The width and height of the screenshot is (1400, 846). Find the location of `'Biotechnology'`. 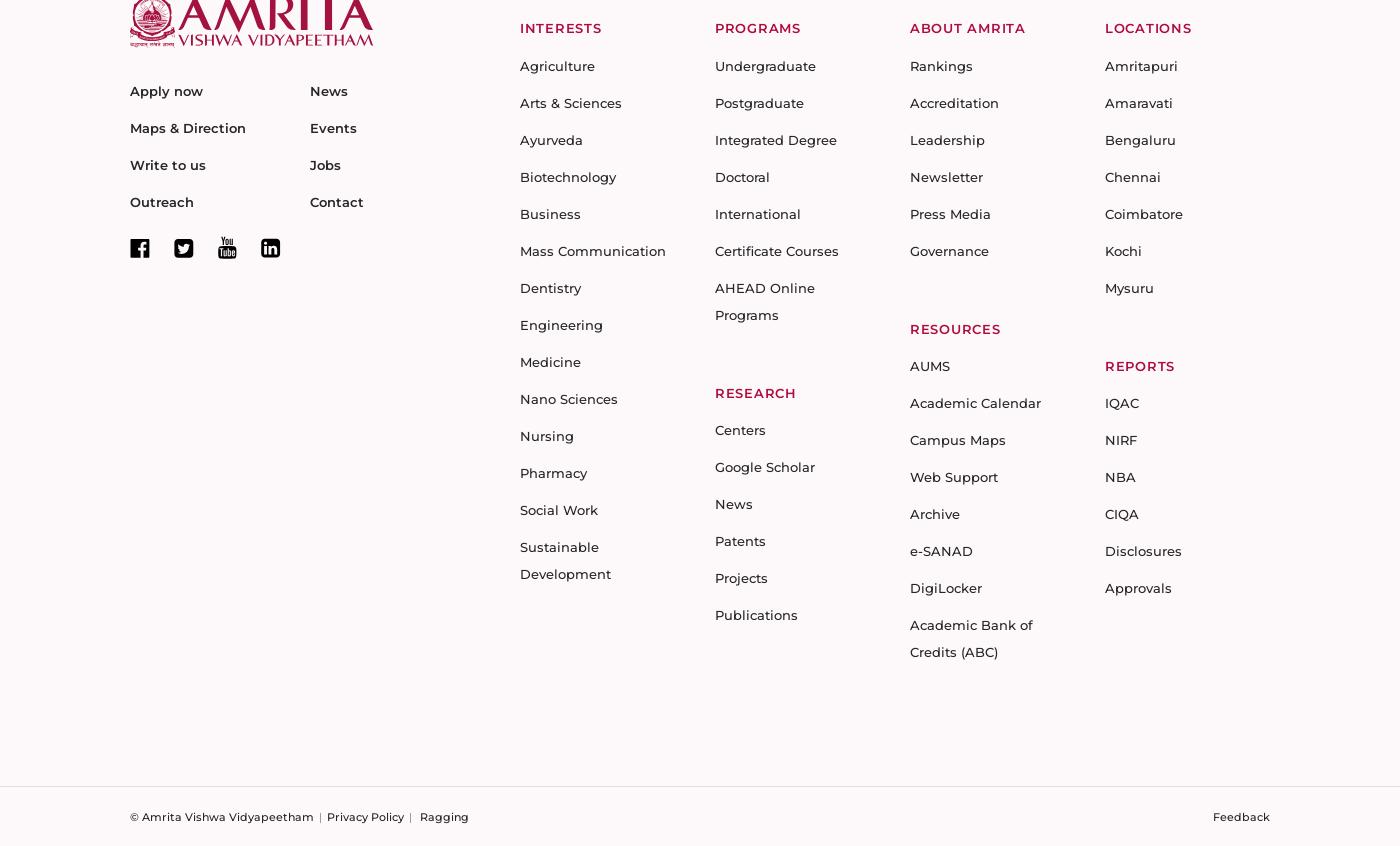

'Biotechnology' is located at coordinates (519, 174).